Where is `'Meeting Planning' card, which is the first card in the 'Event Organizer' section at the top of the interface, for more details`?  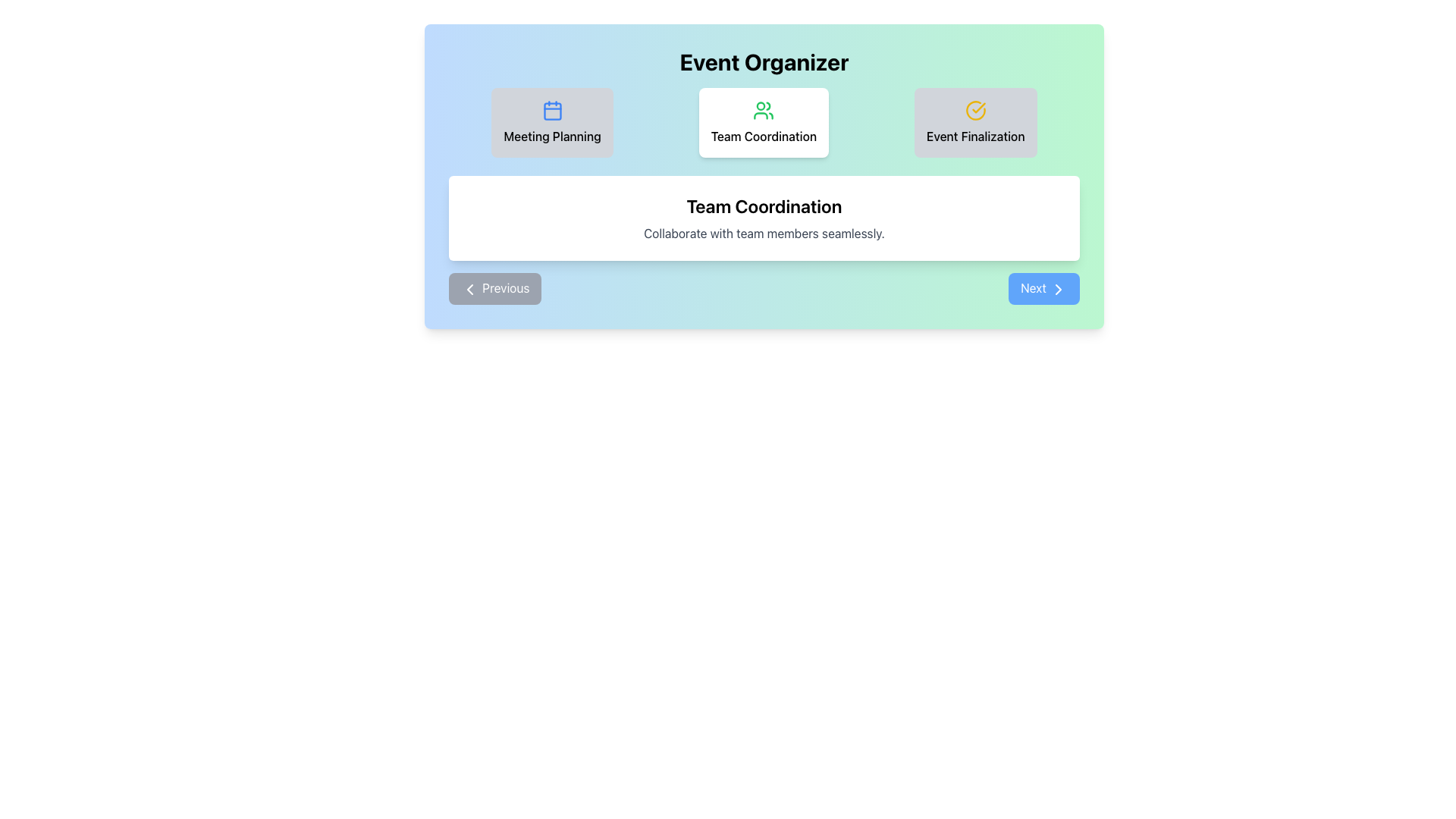
'Meeting Planning' card, which is the first card in the 'Event Organizer' section at the top of the interface, for more details is located at coordinates (551, 122).